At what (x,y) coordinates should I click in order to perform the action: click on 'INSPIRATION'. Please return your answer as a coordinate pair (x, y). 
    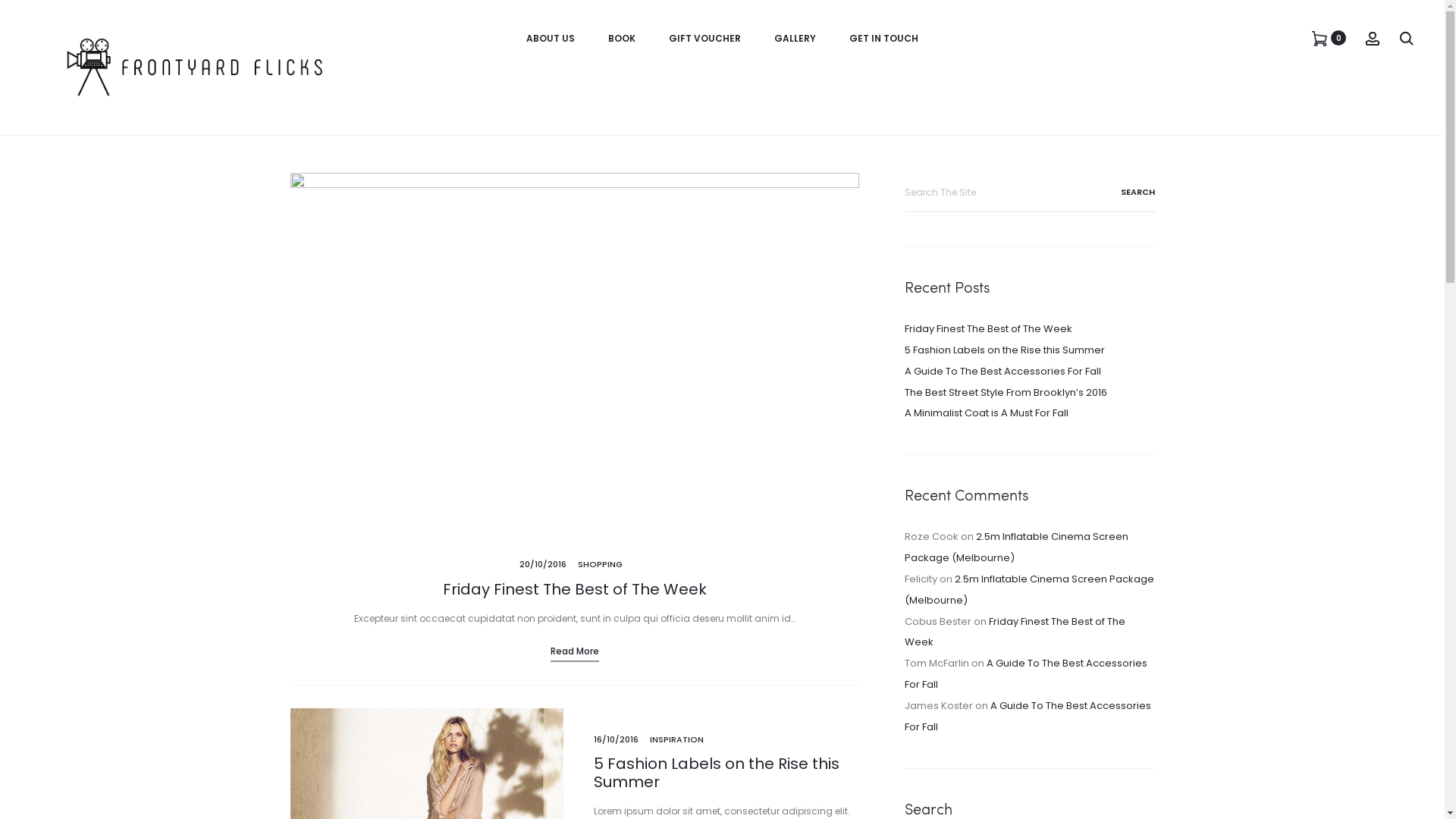
    Looking at the image, I should click on (675, 739).